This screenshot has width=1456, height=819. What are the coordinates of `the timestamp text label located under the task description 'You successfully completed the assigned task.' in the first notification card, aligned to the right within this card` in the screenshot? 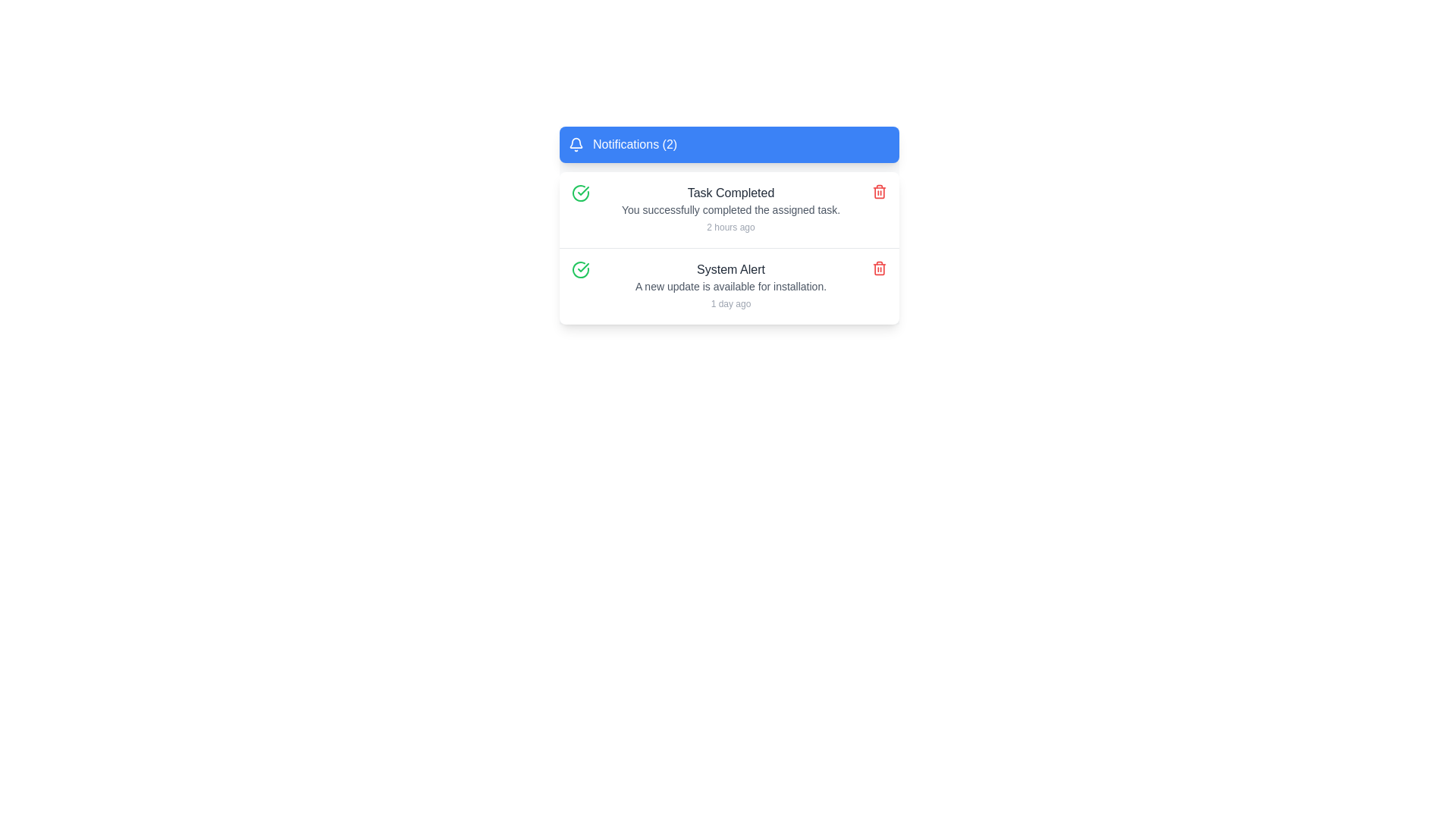 It's located at (731, 227).